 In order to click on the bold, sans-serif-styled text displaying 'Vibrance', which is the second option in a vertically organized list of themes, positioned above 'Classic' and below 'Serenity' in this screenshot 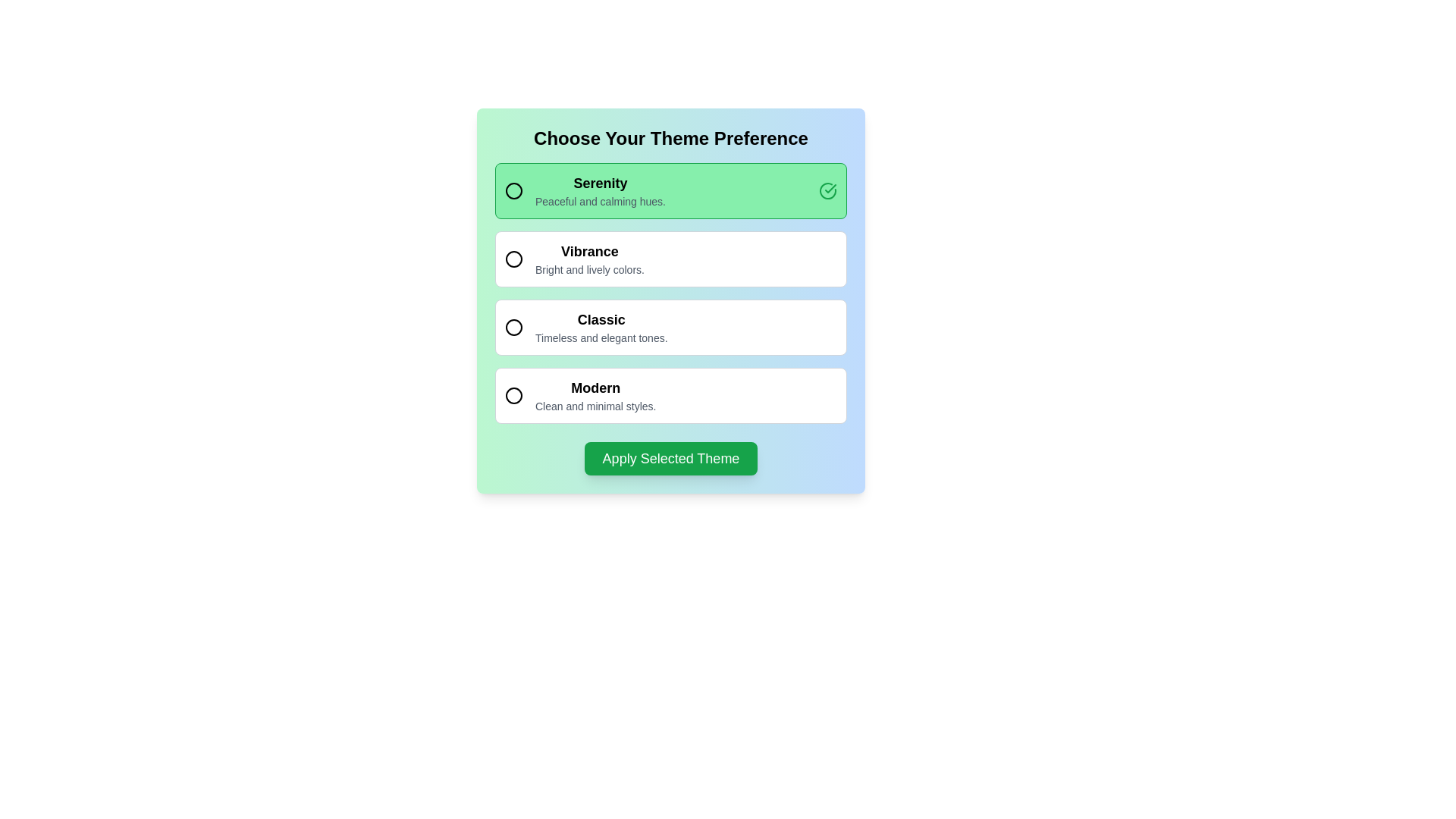, I will do `click(588, 250)`.